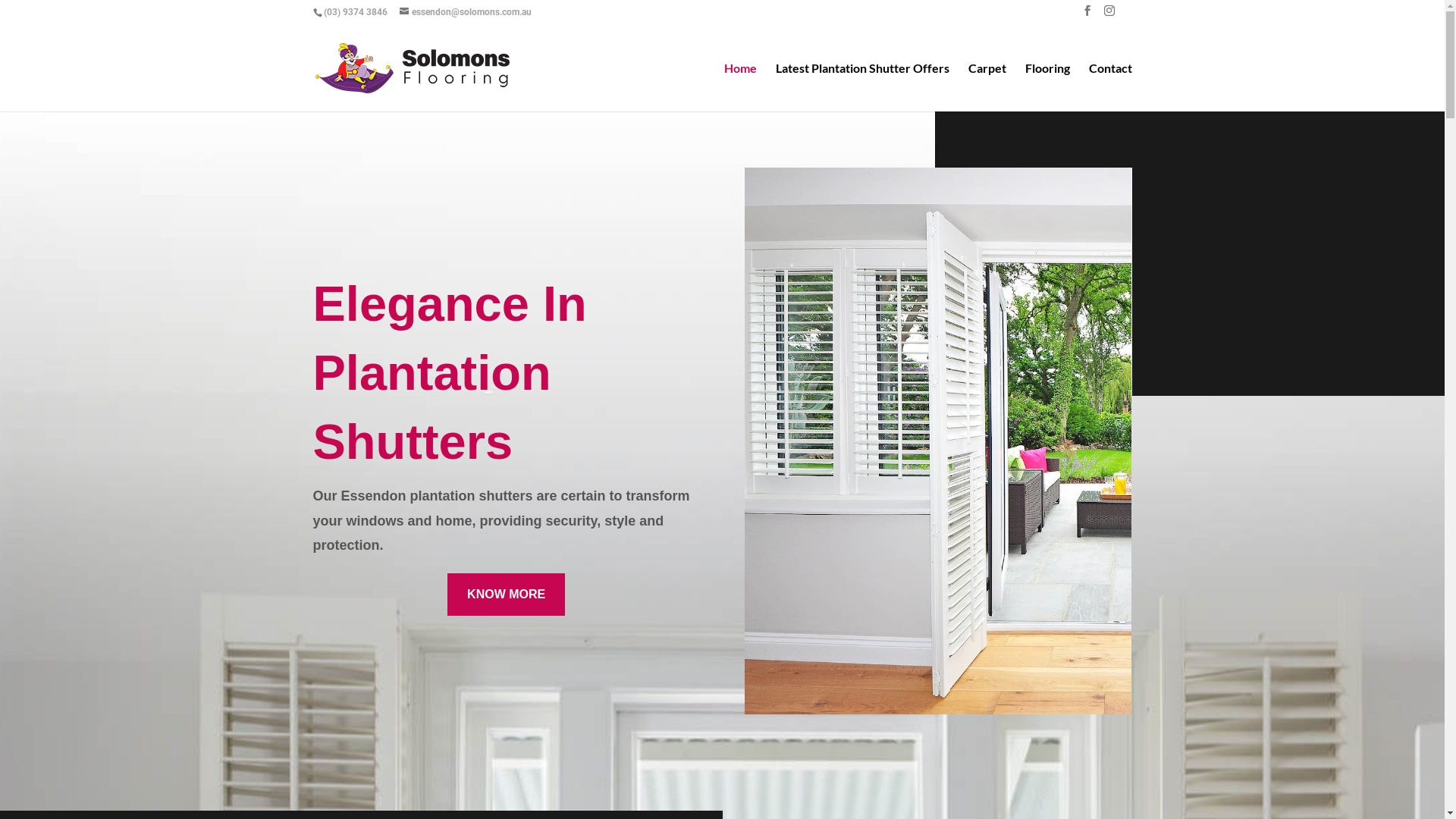  What do you see at coordinates (739, 86) in the screenshot?
I see `'Home'` at bounding box center [739, 86].